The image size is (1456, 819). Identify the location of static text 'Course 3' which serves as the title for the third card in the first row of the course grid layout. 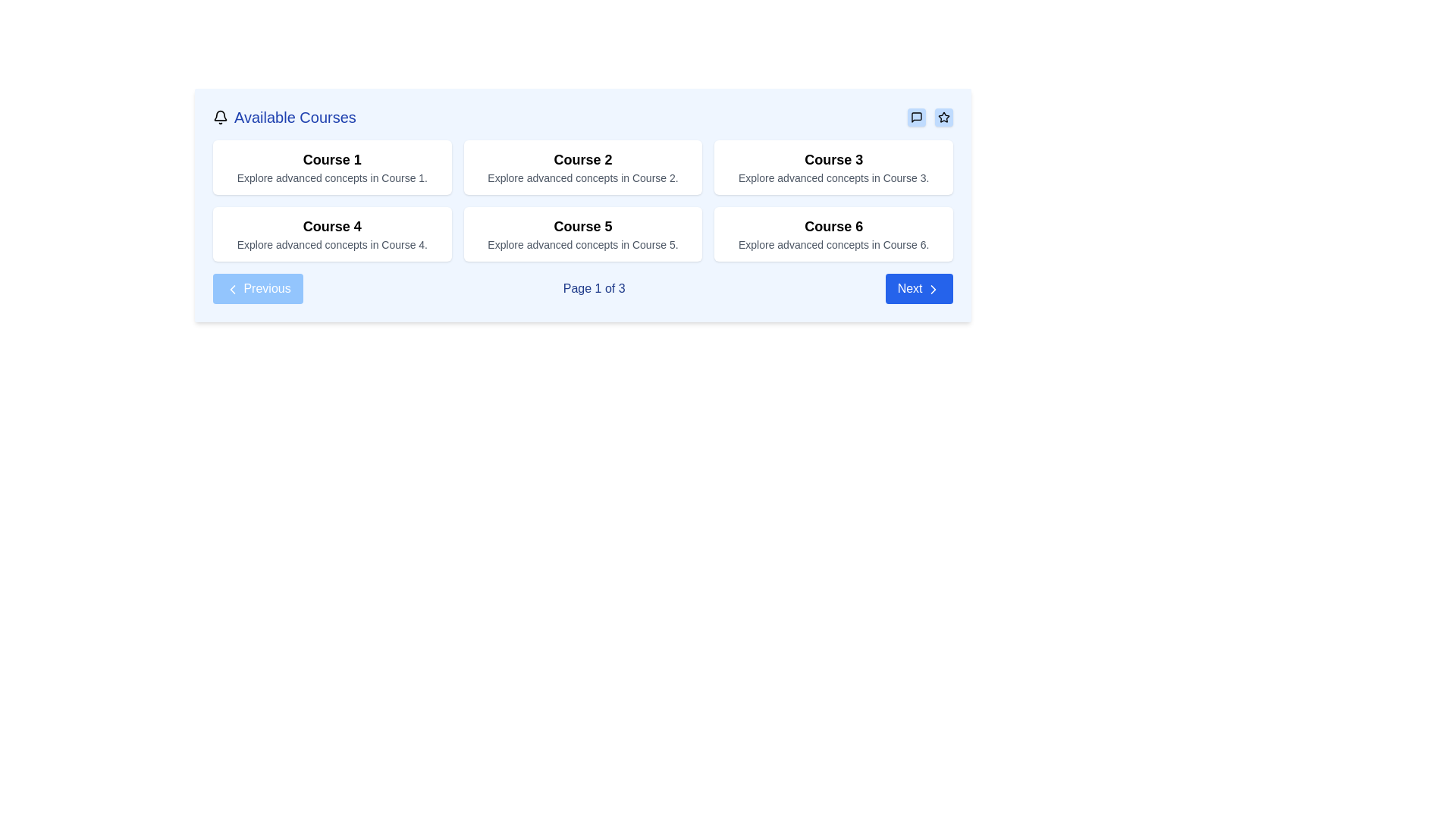
(833, 160).